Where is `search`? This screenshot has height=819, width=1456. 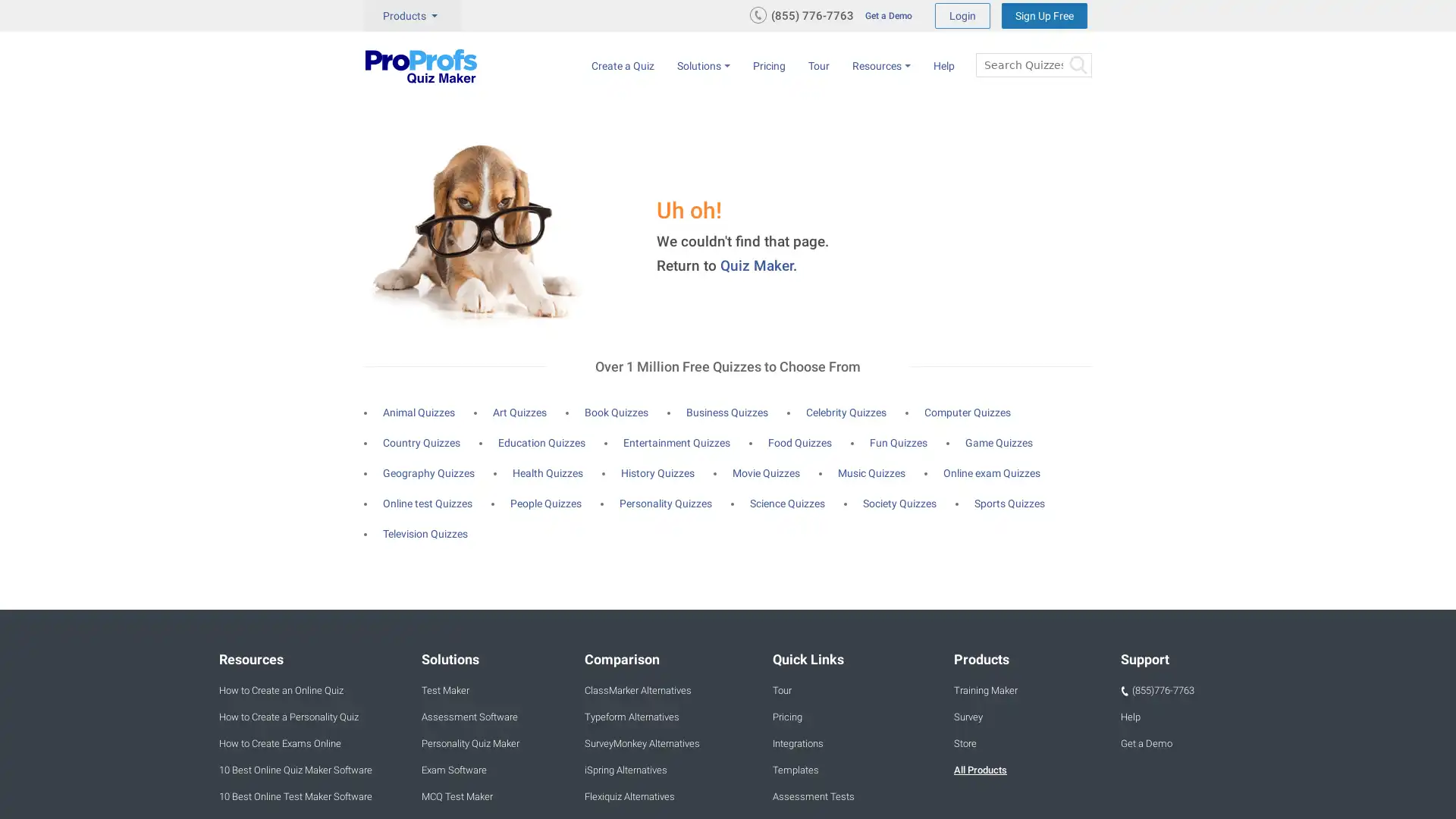 search is located at coordinates (1076, 64).